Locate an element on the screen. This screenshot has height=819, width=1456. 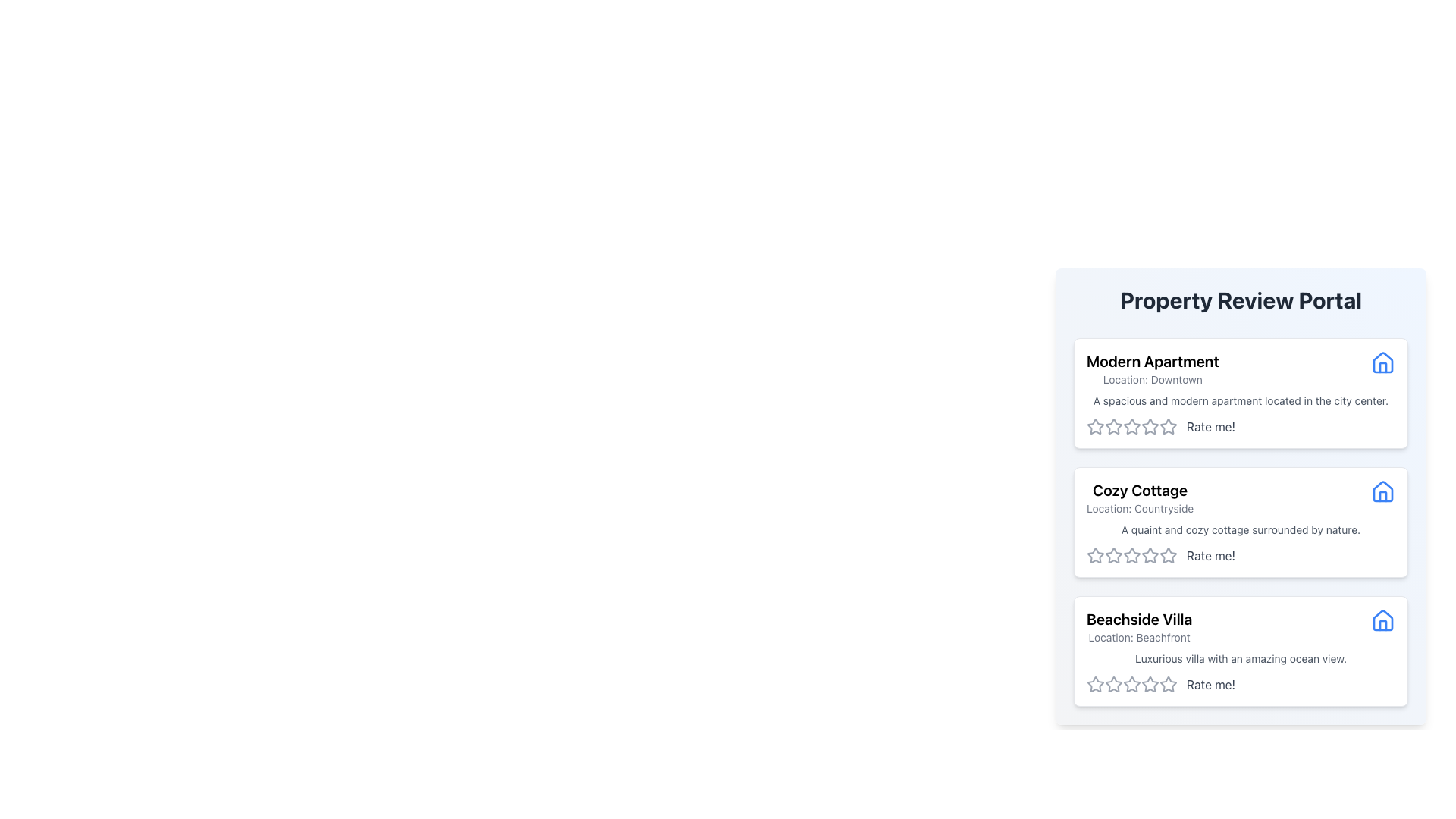
the house icon outlined in blue located on the right side of the last card titled 'Beachside Villa' is located at coordinates (1383, 620).